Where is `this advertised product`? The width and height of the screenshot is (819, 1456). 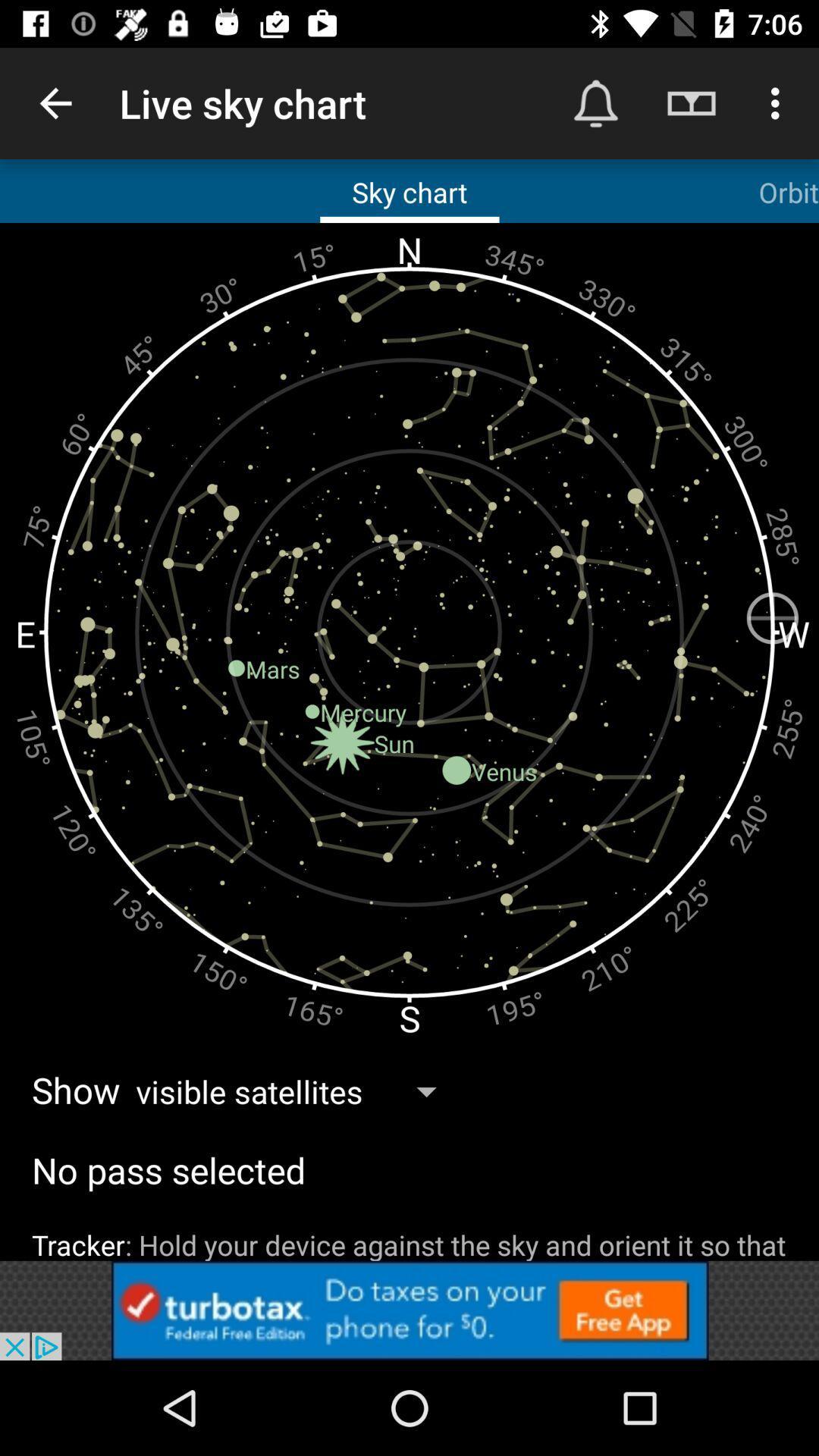
this advertised product is located at coordinates (409, 1310).